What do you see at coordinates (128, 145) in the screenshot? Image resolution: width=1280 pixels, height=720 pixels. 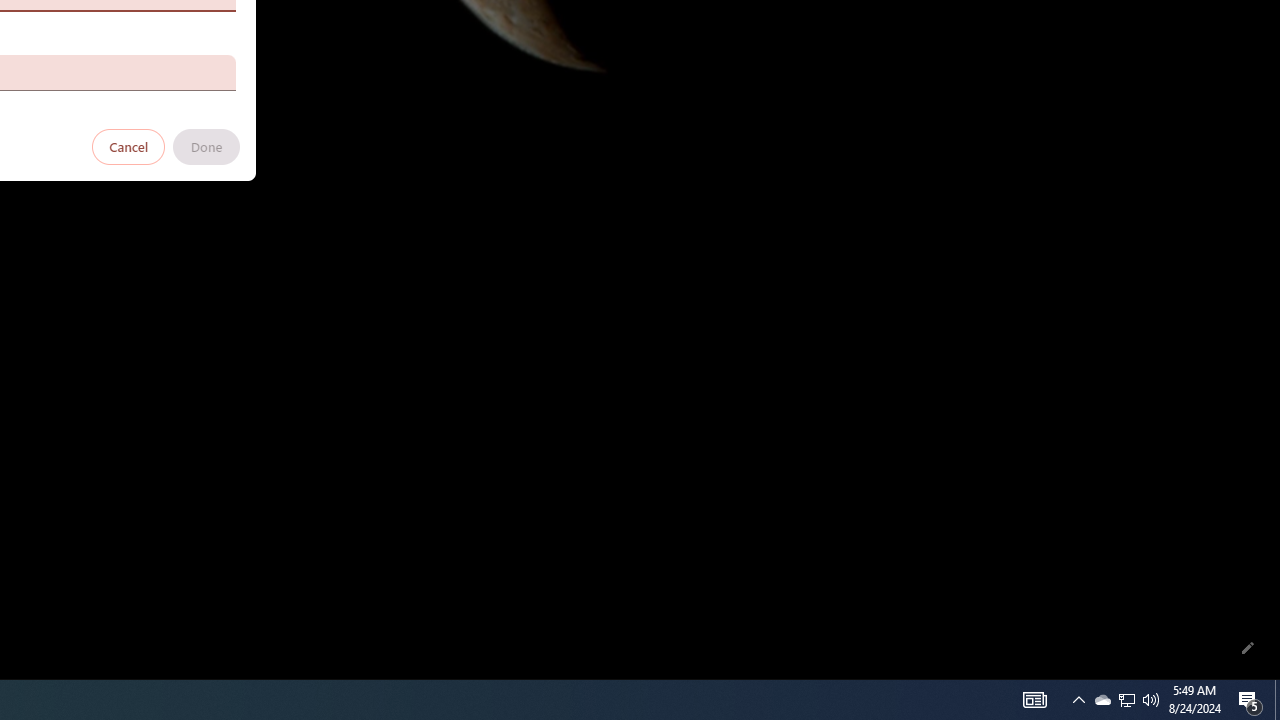 I see `'Cancel'` at bounding box center [128, 145].